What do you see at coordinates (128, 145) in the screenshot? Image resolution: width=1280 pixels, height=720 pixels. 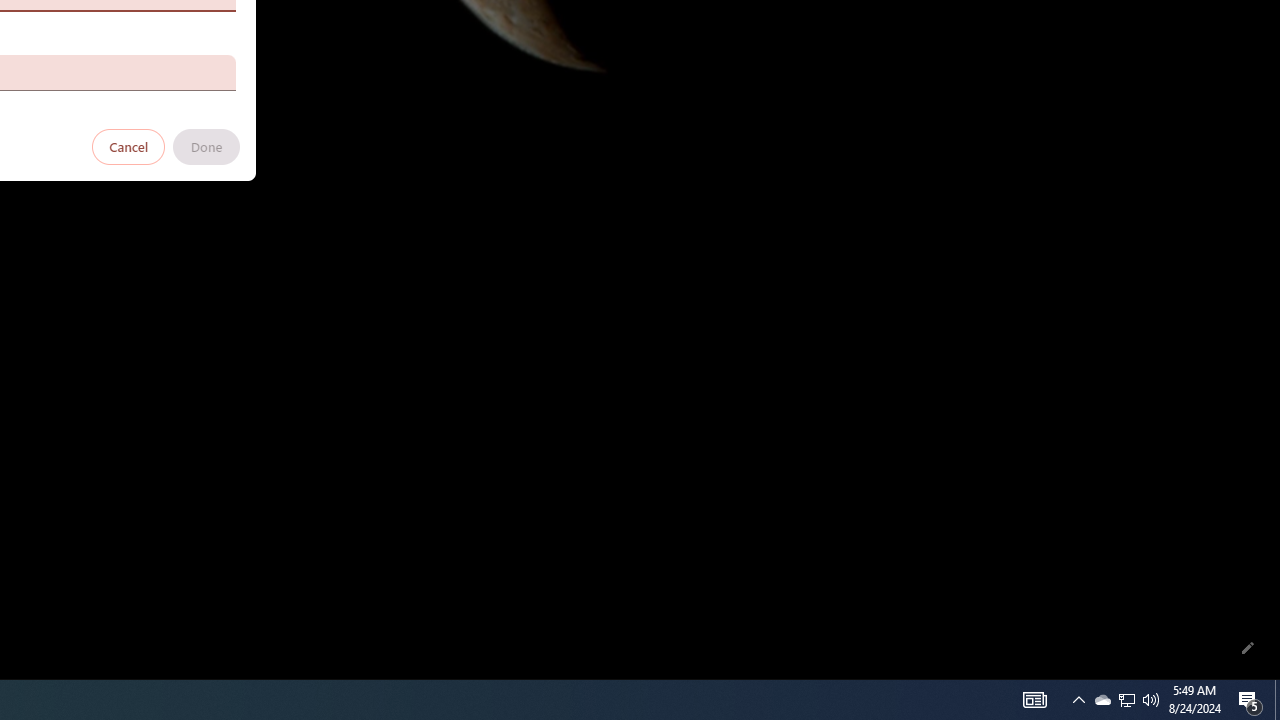 I see `'Cancel'` at bounding box center [128, 145].